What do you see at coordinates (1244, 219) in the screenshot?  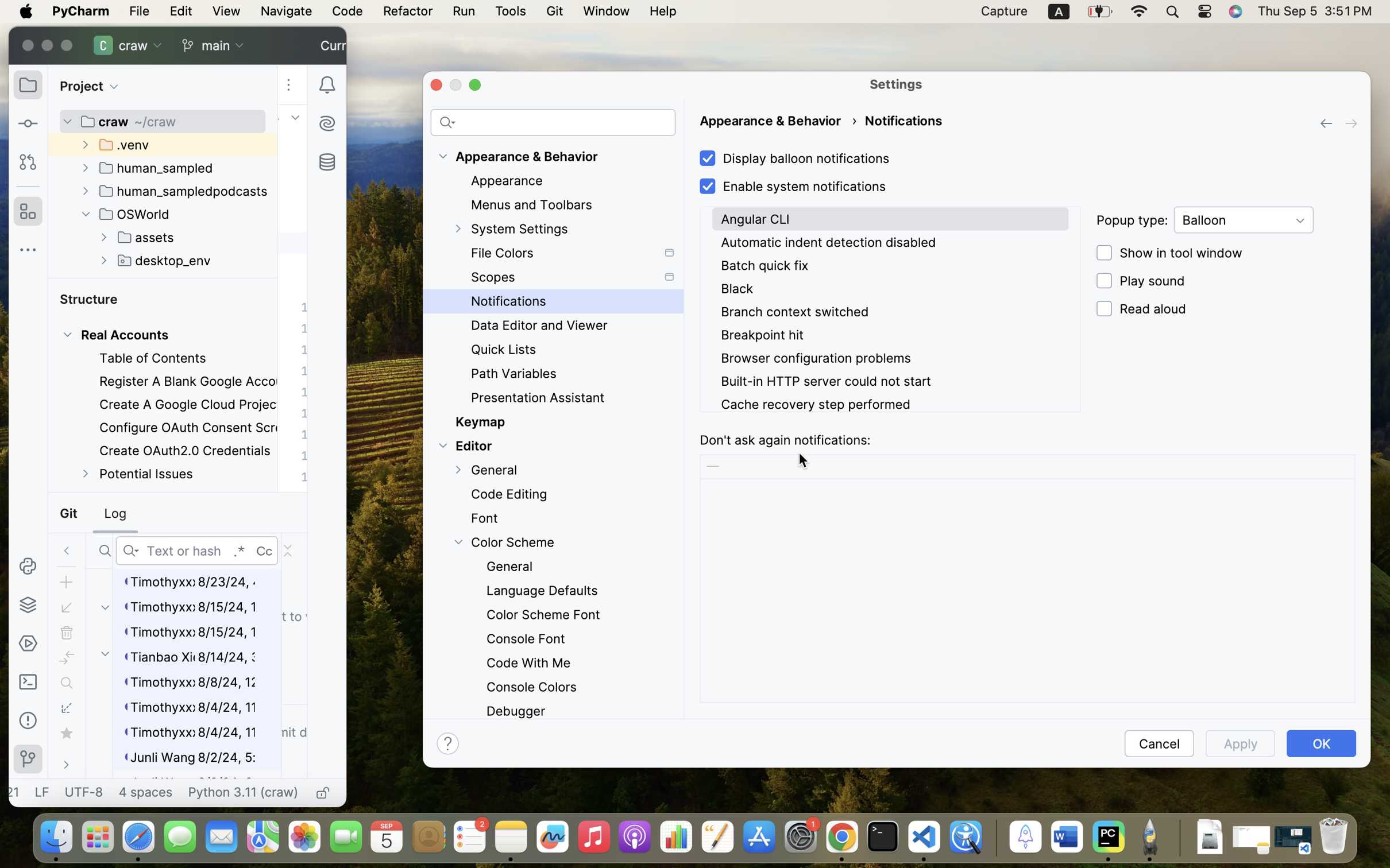 I see `'Balloon'` at bounding box center [1244, 219].